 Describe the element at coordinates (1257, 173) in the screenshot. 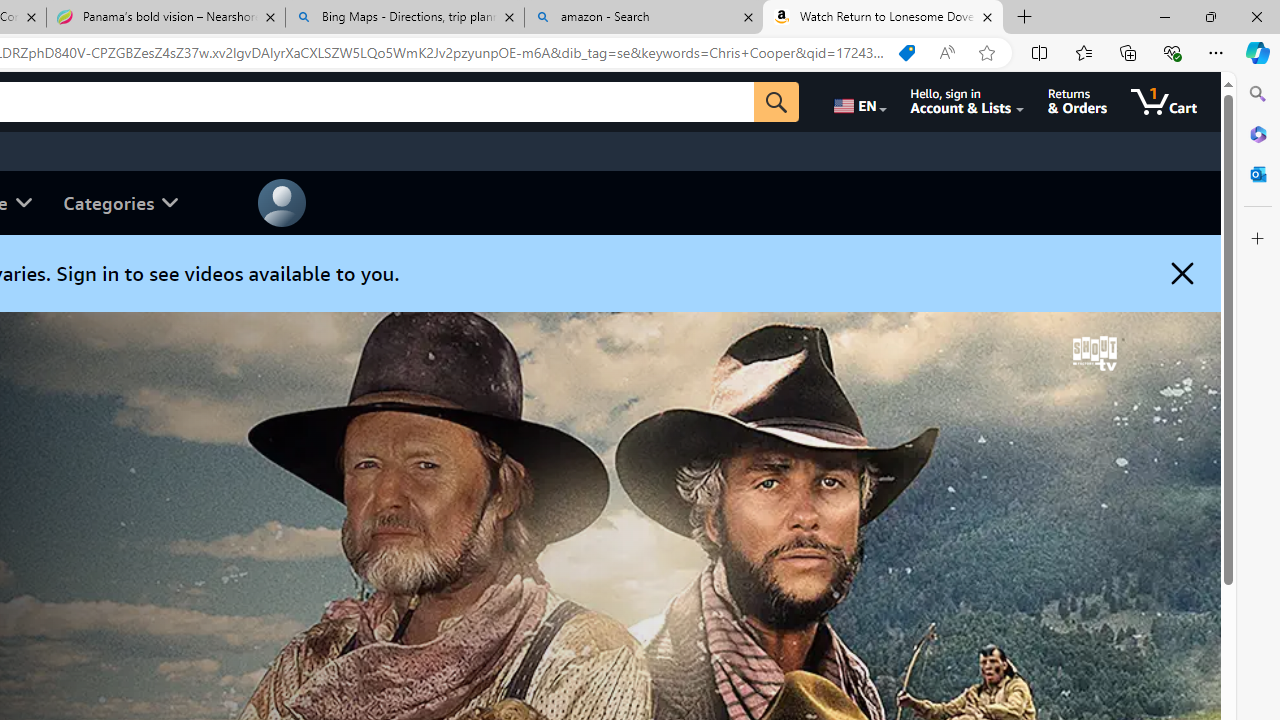

I see `'Outlook'` at that location.